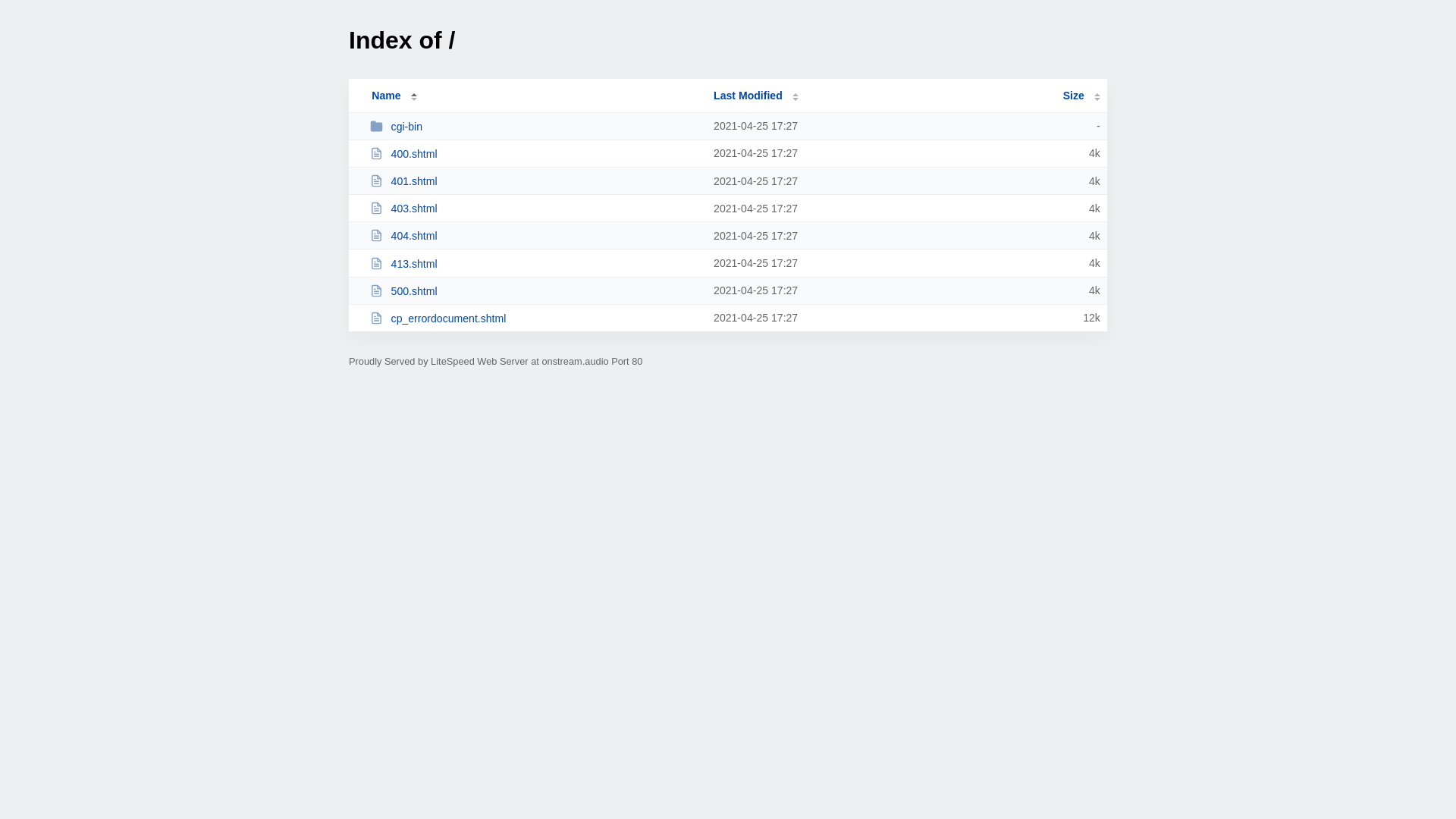  What do you see at coordinates (535, 153) in the screenshot?
I see `'400.shtml'` at bounding box center [535, 153].